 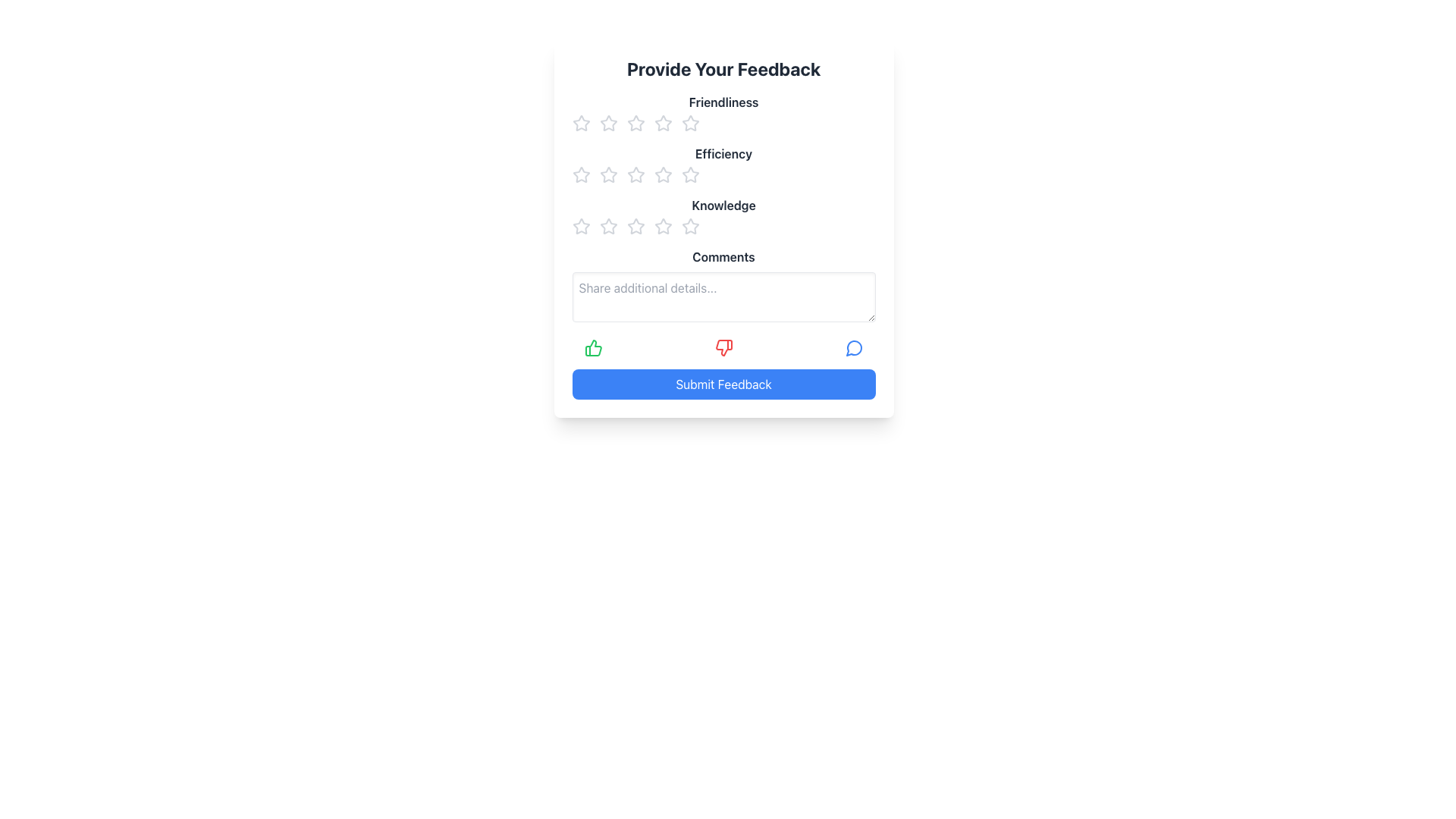 I want to click on the second star icon in the 'Knowledge' category of the feedback form, so click(x=608, y=227).